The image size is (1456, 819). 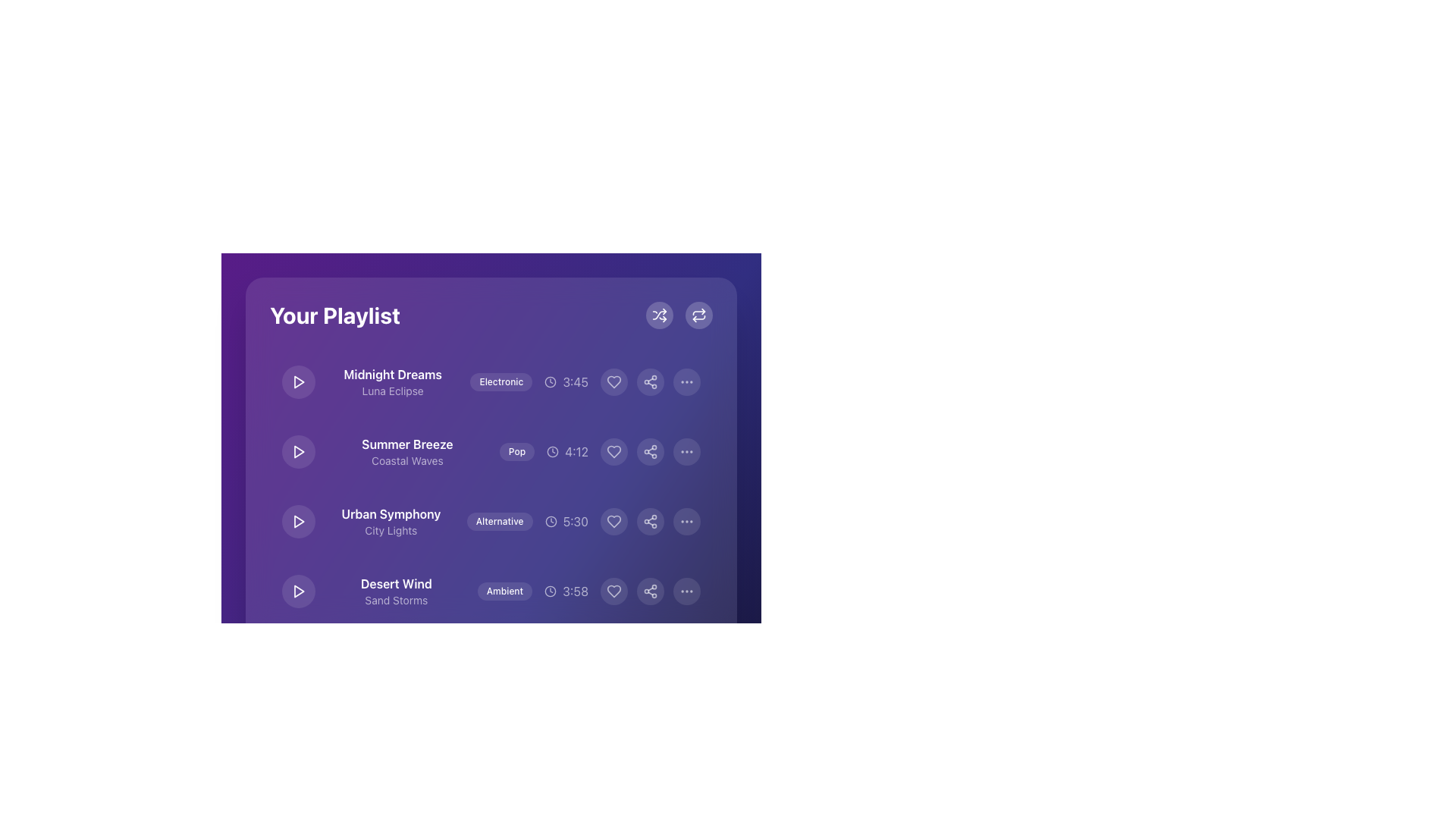 What do you see at coordinates (298, 381) in the screenshot?
I see `the circular button with a white play icon next to the text 'Midnight Dreams' to play the item` at bounding box center [298, 381].